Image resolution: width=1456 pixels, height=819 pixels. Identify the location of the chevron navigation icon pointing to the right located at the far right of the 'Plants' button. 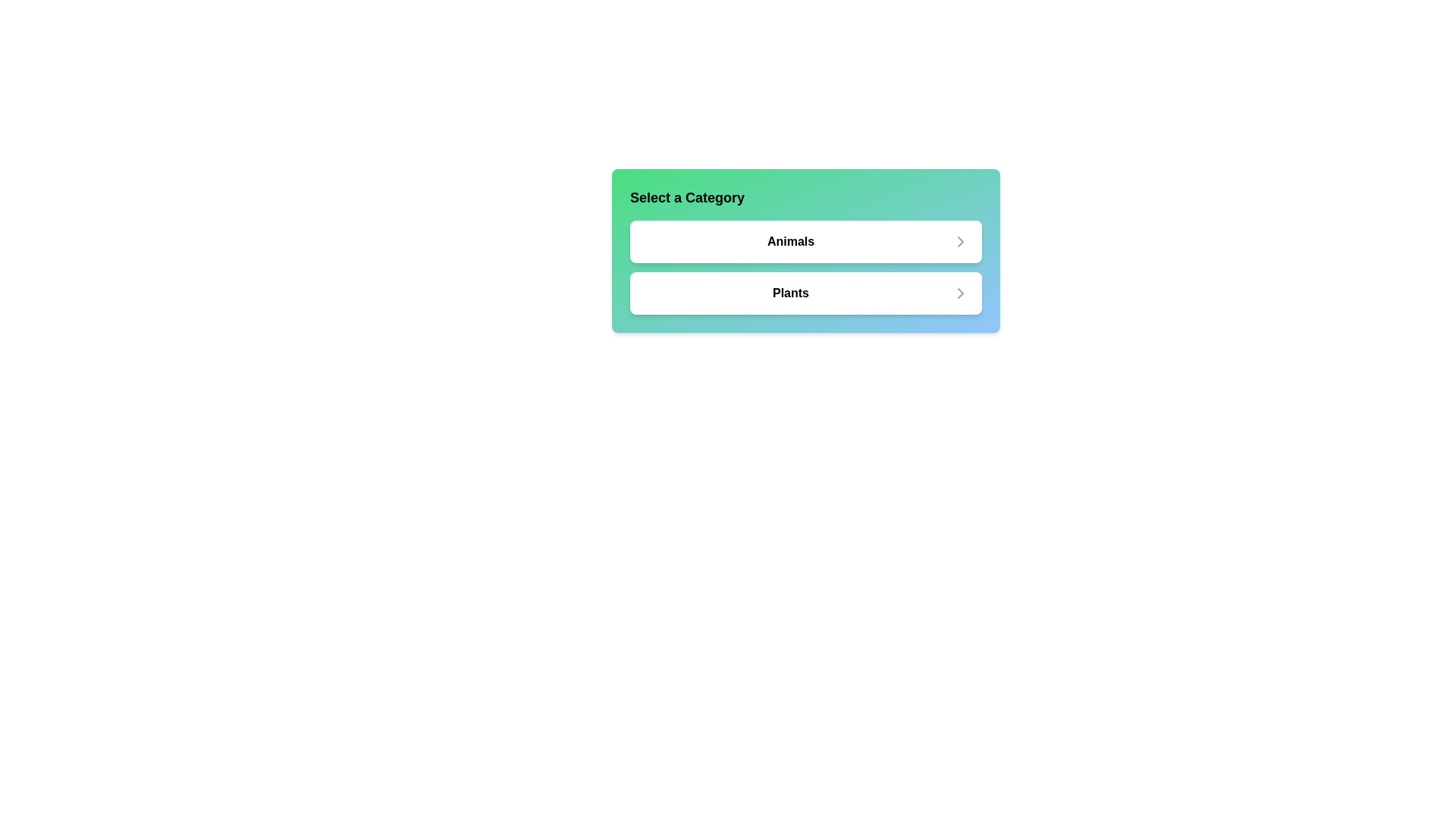
(960, 293).